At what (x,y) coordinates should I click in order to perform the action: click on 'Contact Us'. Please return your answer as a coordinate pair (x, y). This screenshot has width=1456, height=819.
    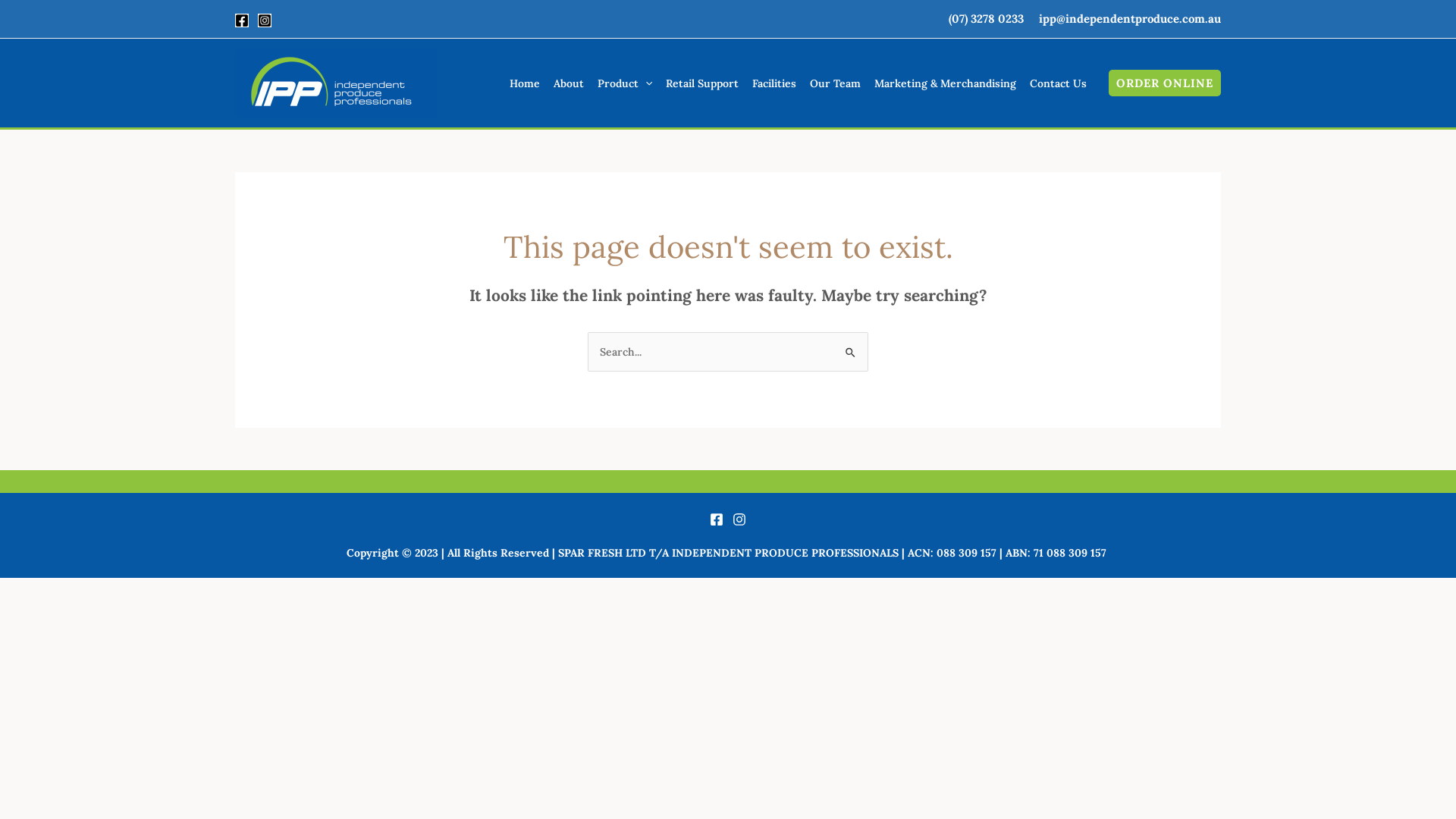
    Looking at the image, I should click on (1057, 83).